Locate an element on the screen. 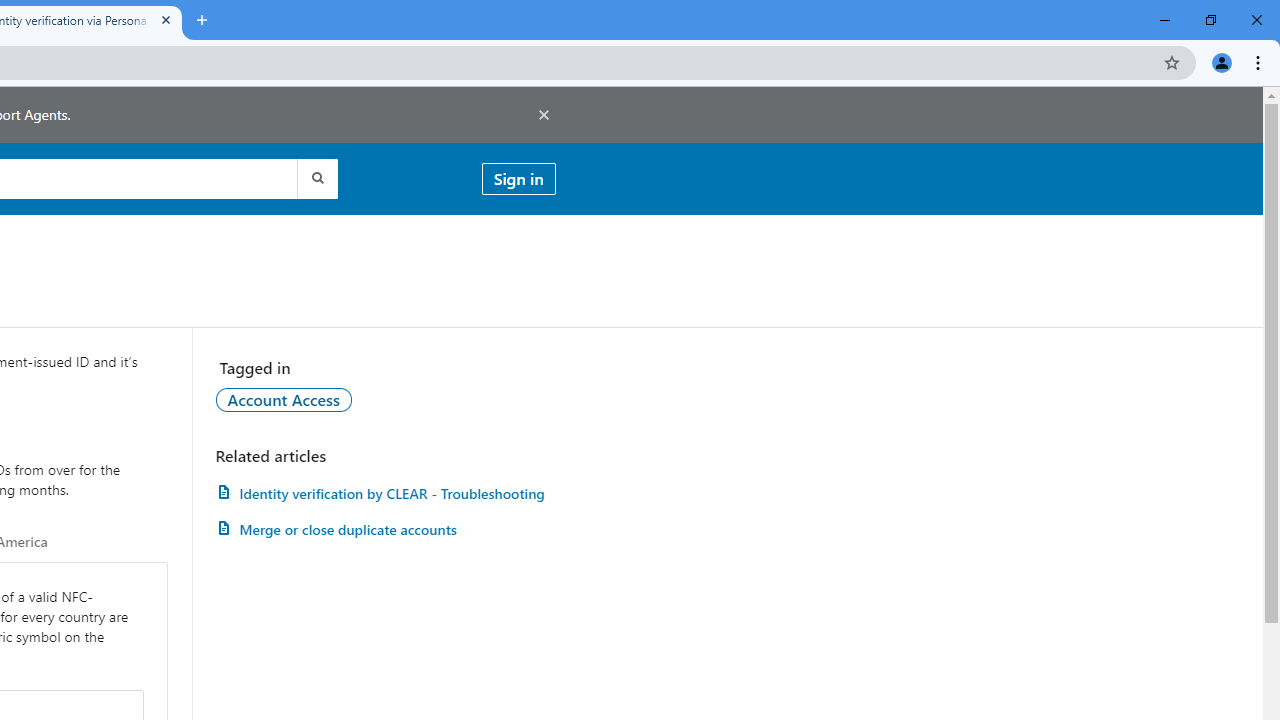 Image resolution: width=1280 pixels, height=720 pixels. 'Account Access' is located at coordinates (282, 399).